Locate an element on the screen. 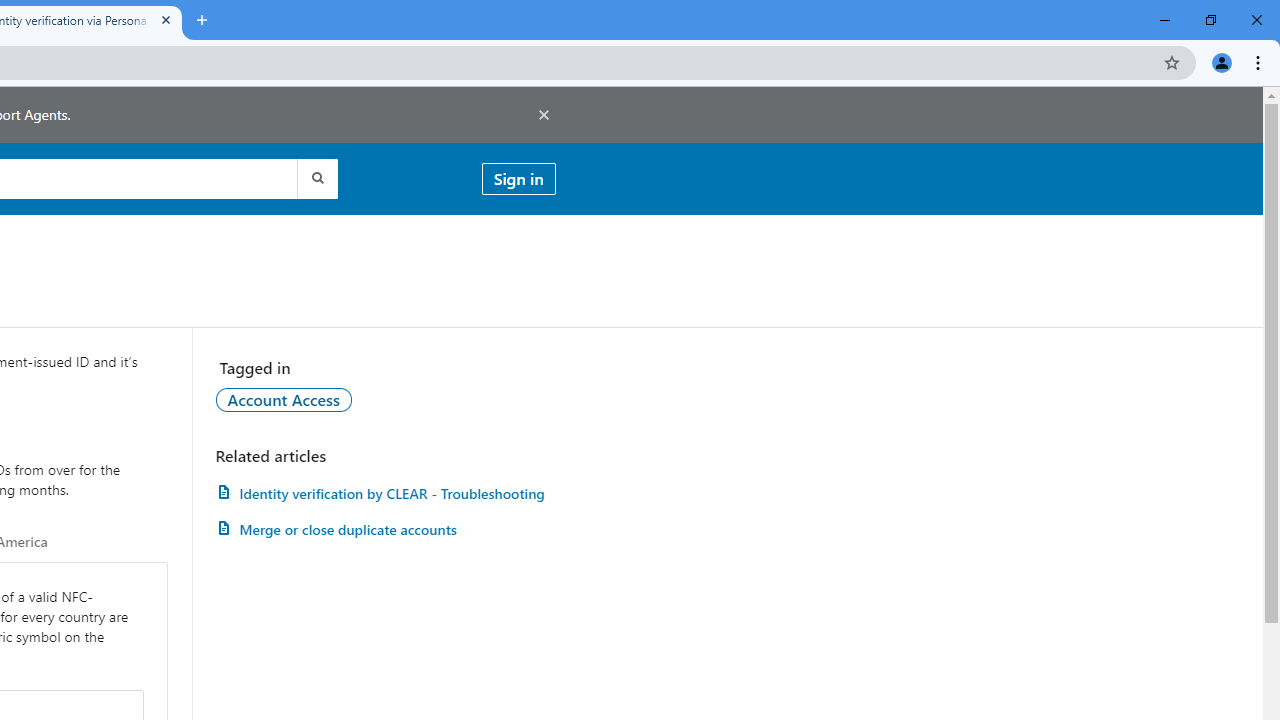 Image resolution: width=1280 pixels, height=720 pixels. 'Account Access' is located at coordinates (282, 399).